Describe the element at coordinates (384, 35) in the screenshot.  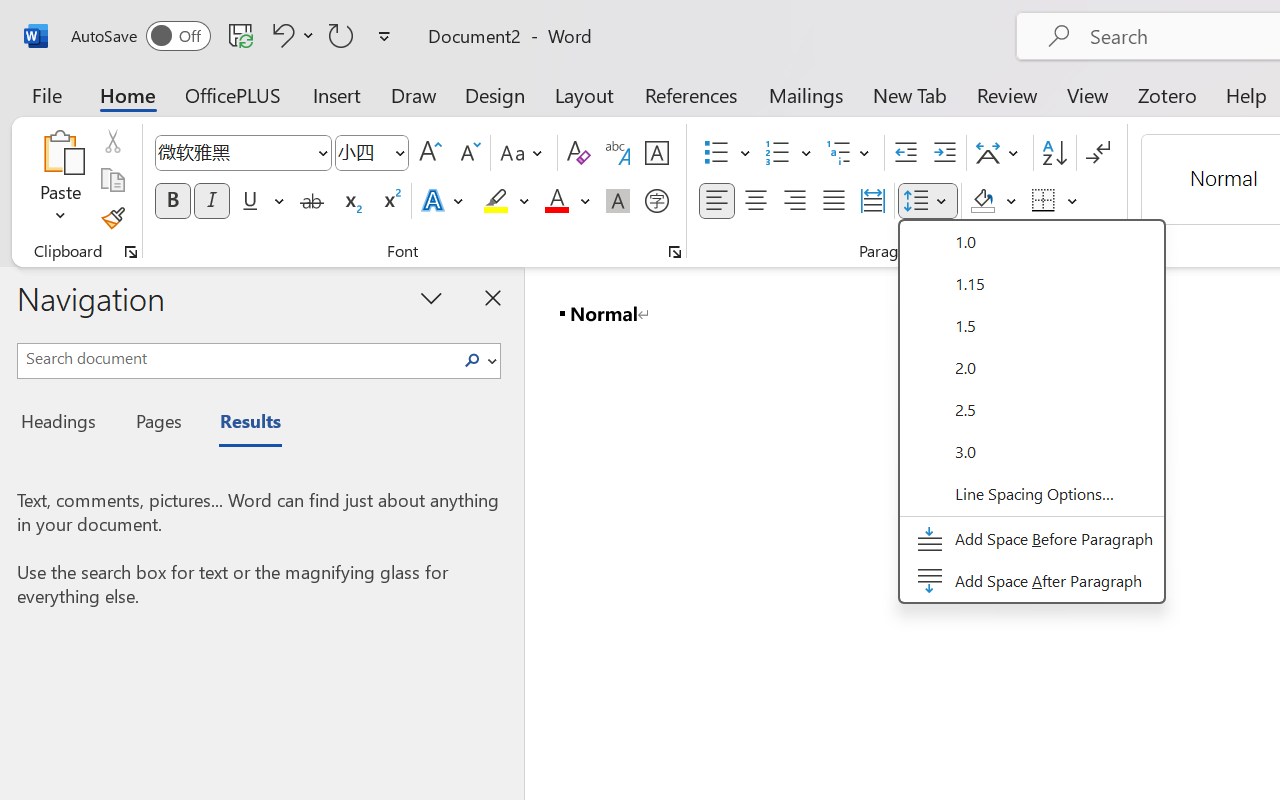
I see `'Customize Quick Access Toolbar'` at that location.